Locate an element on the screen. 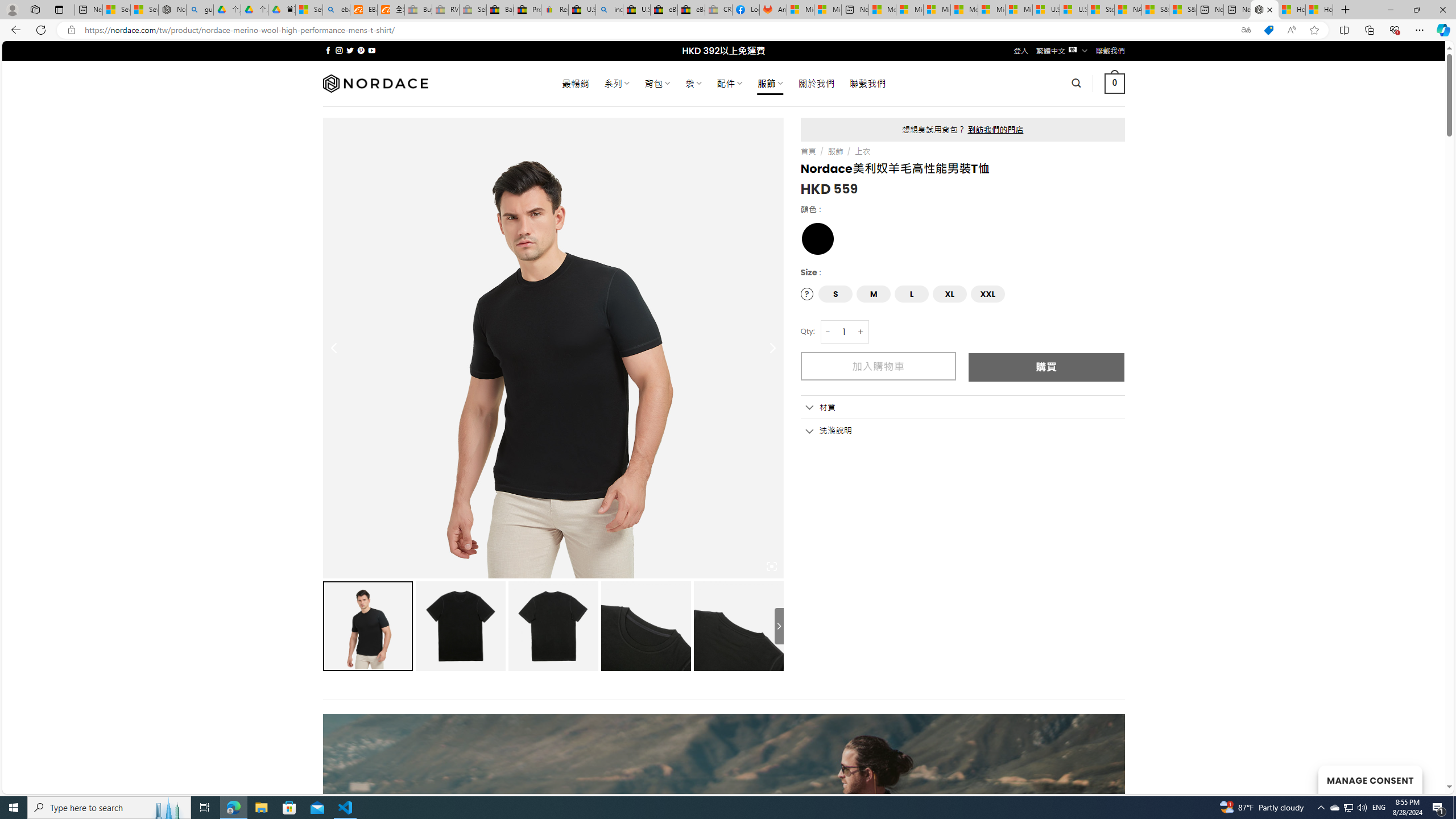 The height and width of the screenshot is (819, 1456). 'Baby Keepsakes & Announcements for sale | eBay' is located at coordinates (500, 9).